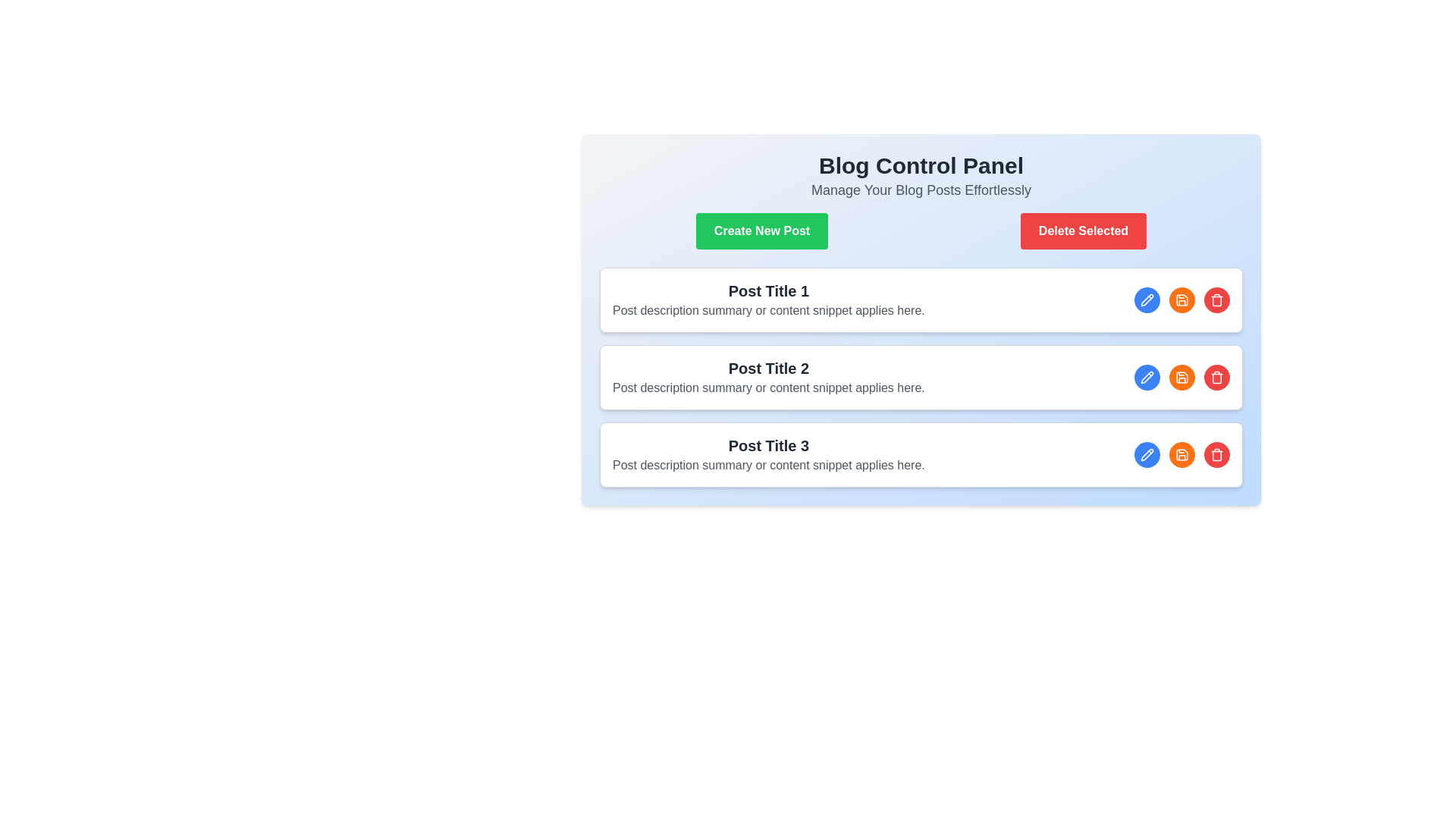  I want to click on the save button associated with the blog post entry labeled 'Post Title 2', which is the middle button in a set of three buttons (blue, orange, red), so click(1181, 376).